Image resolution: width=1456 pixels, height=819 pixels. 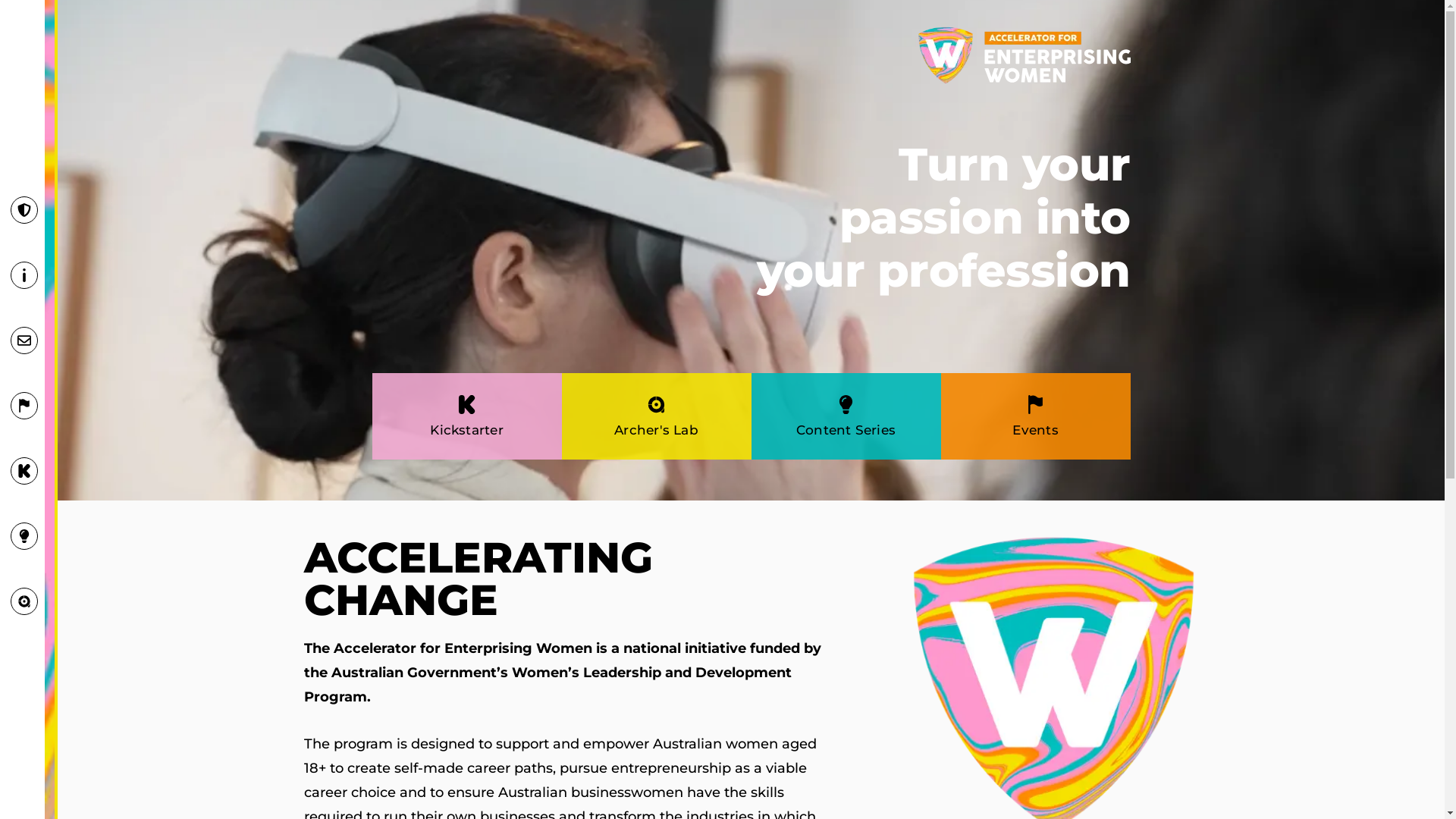 I want to click on 'Archer's Lab', so click(x=656, y=430).